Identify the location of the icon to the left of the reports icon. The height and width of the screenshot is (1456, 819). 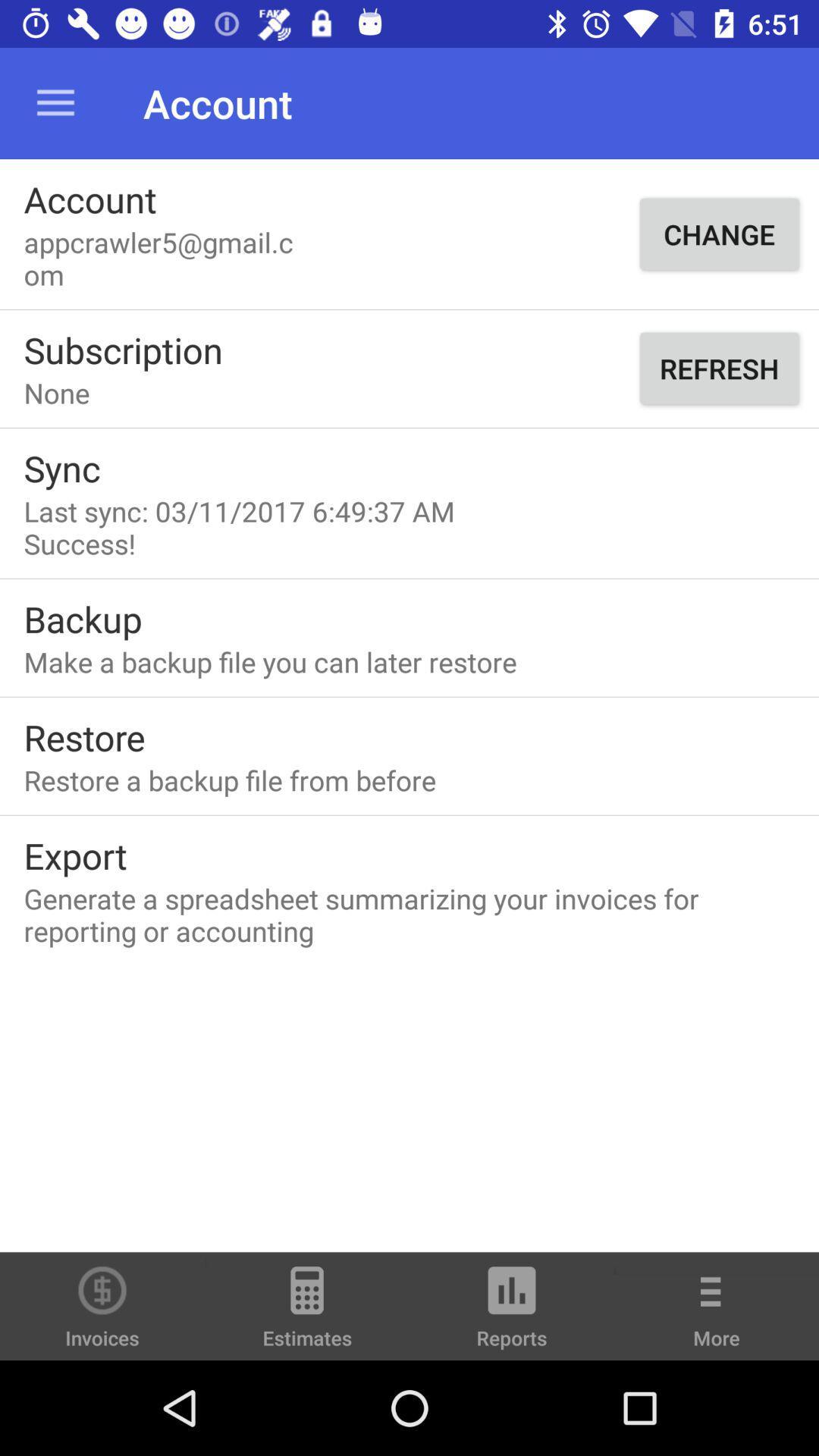
(307, 1313).